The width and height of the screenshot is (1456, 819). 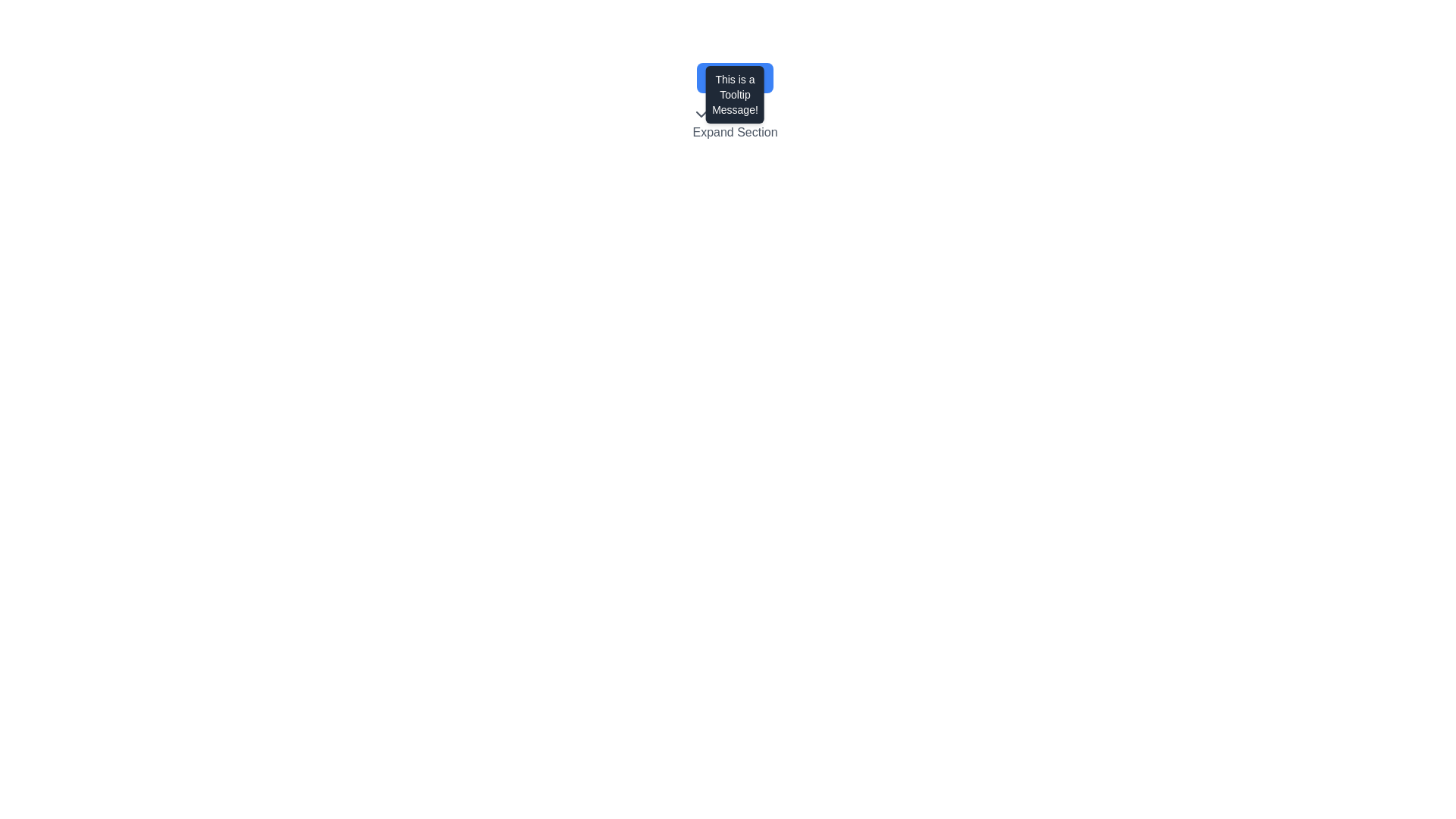 I want to click on the downward-facing chevron icon located to the left of the text 'Expand Section', so click(x=701, y=113).